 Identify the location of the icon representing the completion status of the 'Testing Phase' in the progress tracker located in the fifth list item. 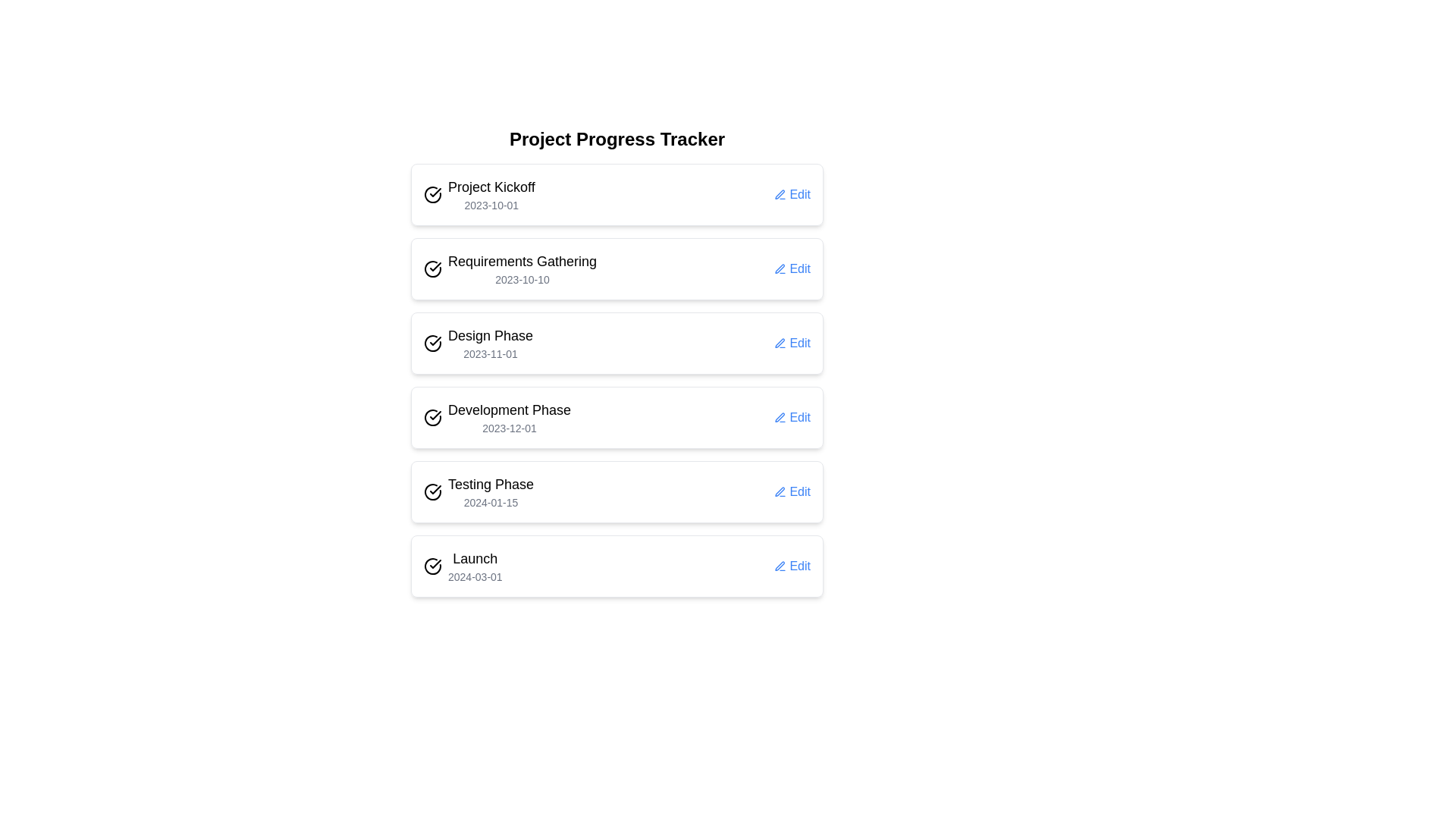
(432, 491).